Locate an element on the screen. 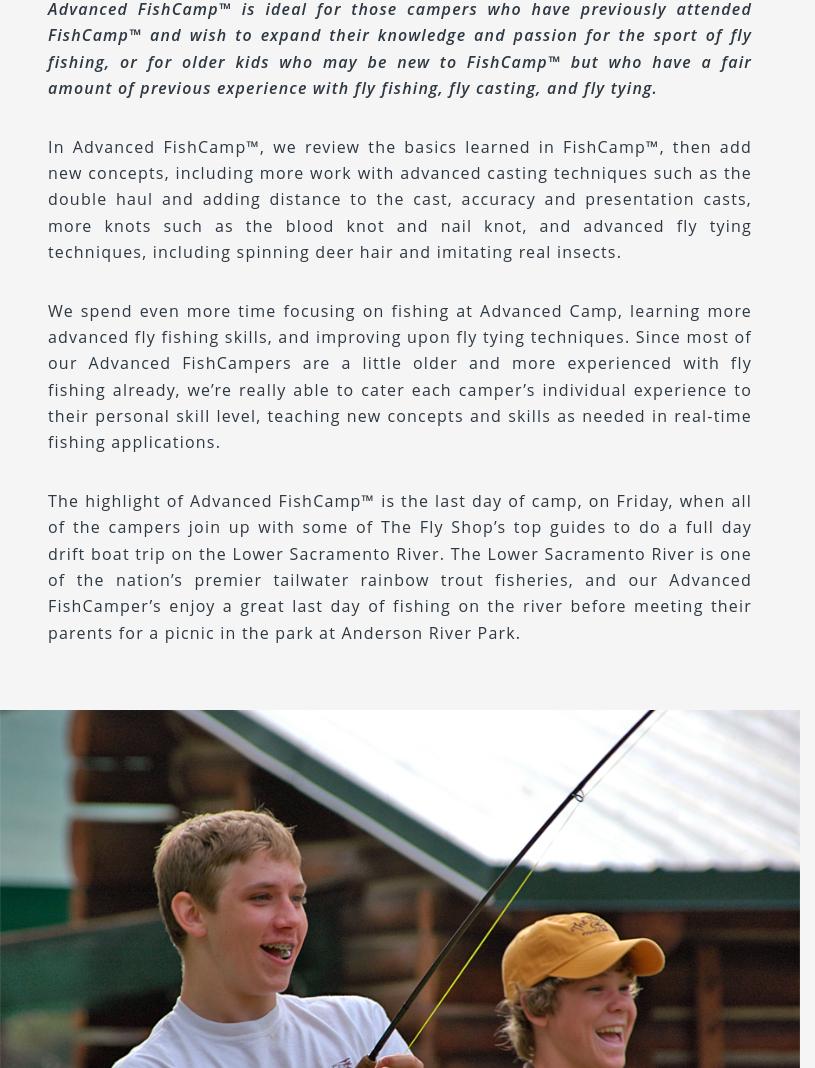 Image resolution: width=815 pixels, height=1068 pixels. '. The' is located at coordinates (463, 552).